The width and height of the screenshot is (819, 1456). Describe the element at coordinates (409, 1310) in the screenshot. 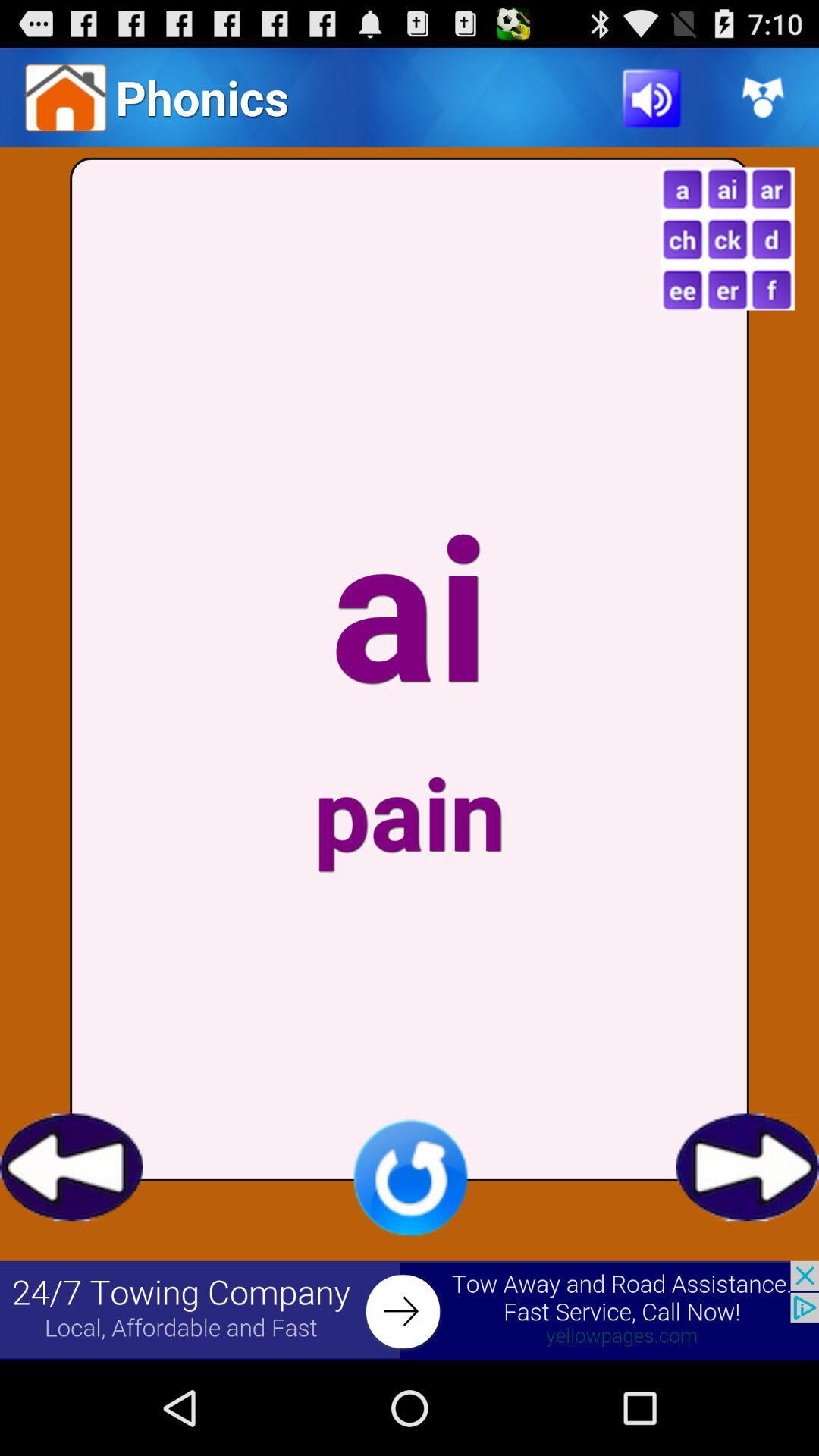

I see `click towing company` at that location.